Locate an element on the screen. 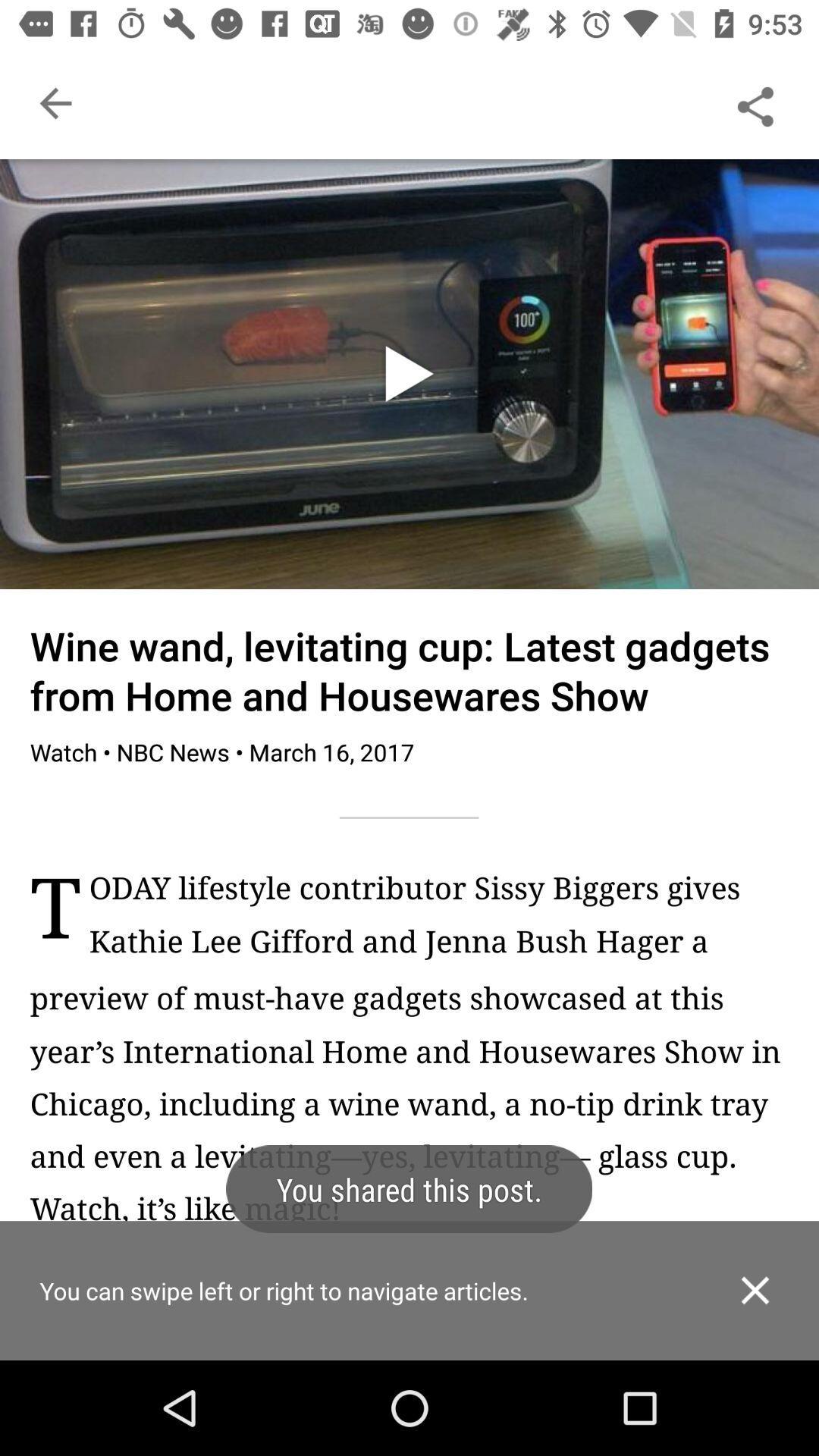  play is located at coordinates (408, 374).